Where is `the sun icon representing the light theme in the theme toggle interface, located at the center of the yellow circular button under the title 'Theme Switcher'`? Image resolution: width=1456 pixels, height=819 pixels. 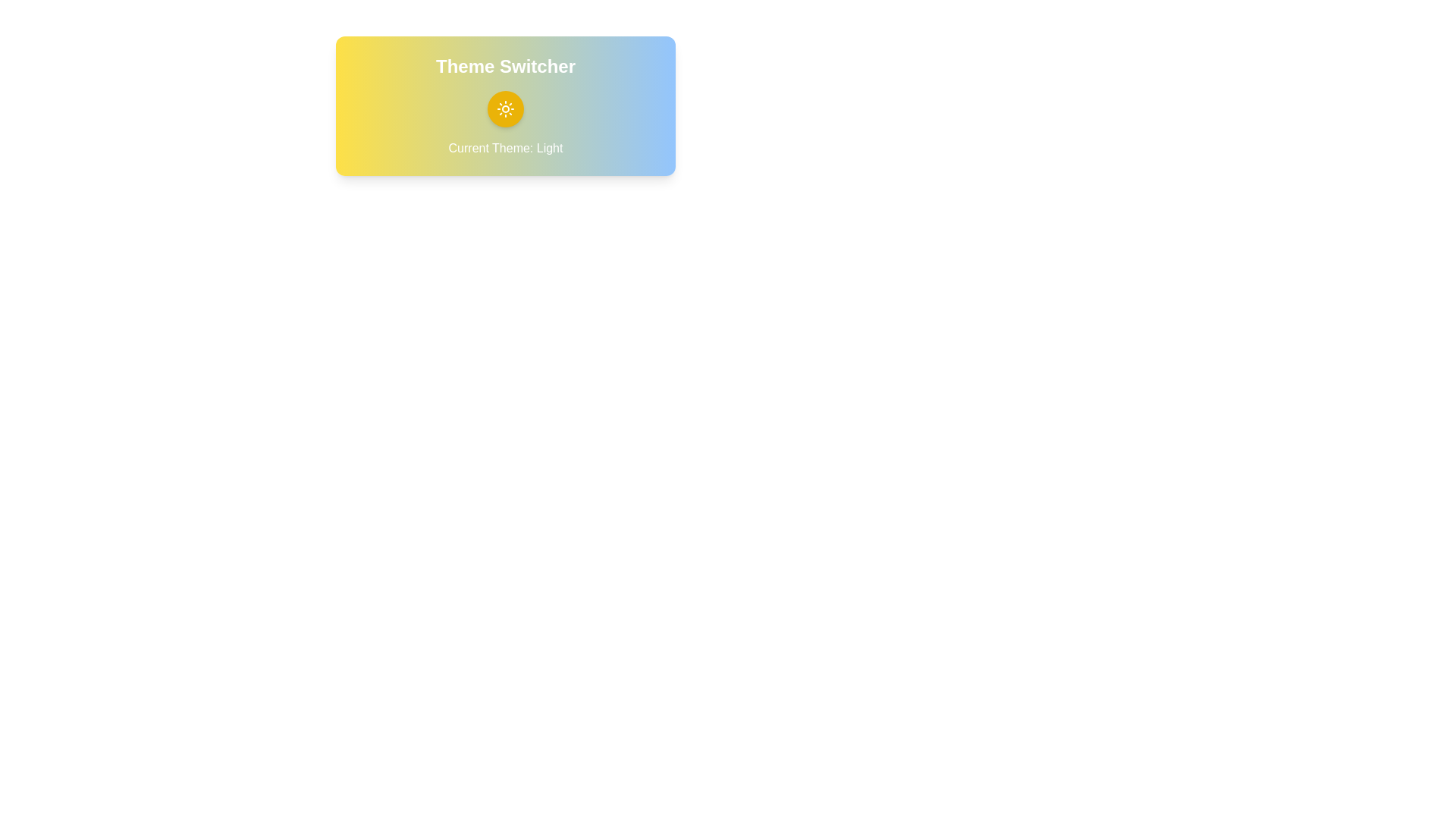 the sun icon representing the light theme in the theme toggle interface, located at the center of the yellow circular button under the title 'Theme Switcher' is located at coordinates (506, 108).